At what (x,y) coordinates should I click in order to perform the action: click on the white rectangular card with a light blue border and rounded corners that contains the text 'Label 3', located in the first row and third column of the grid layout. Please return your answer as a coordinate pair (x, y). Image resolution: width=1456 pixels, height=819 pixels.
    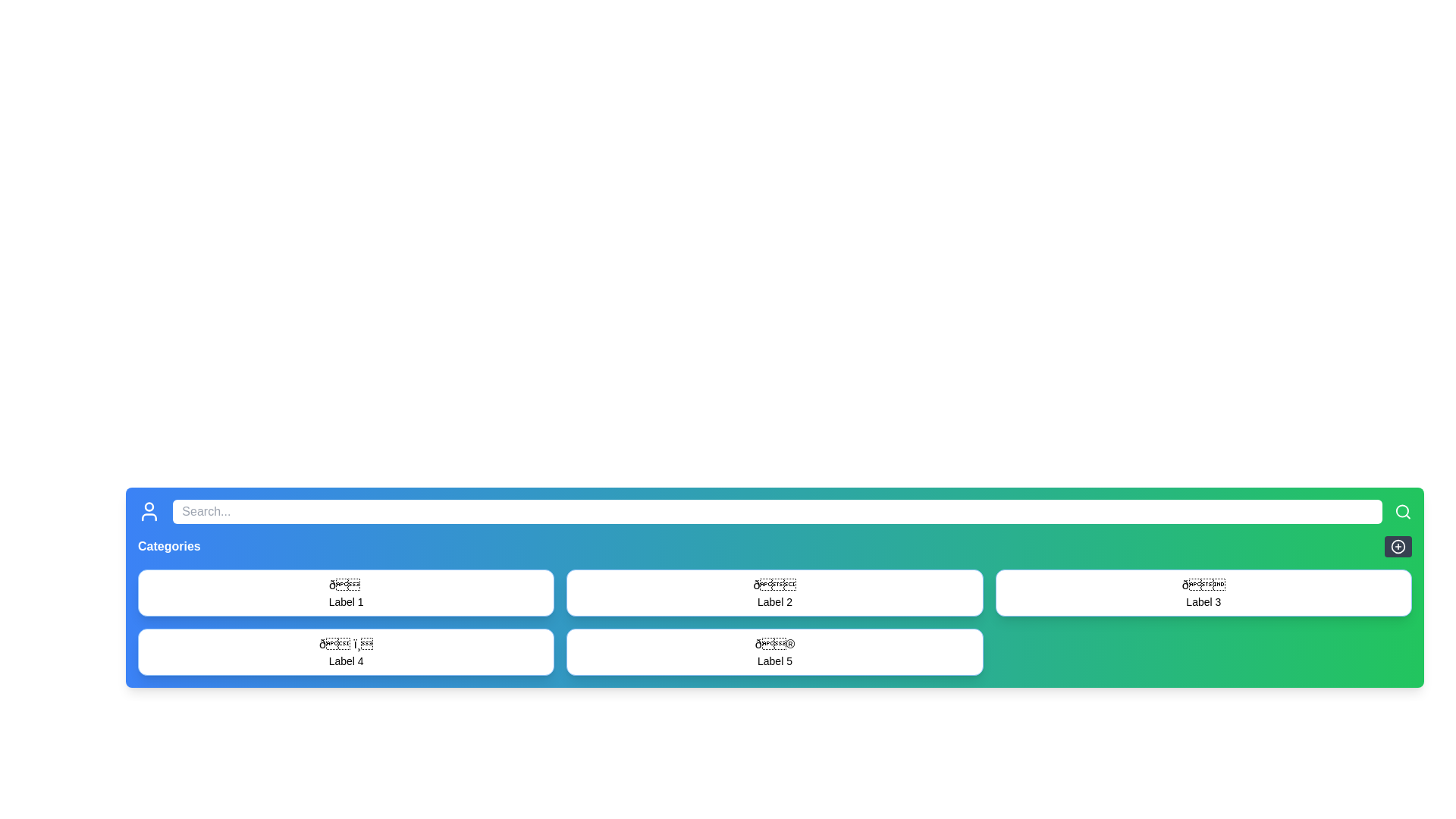
    Looking at the image, I should click on (1203, 592).